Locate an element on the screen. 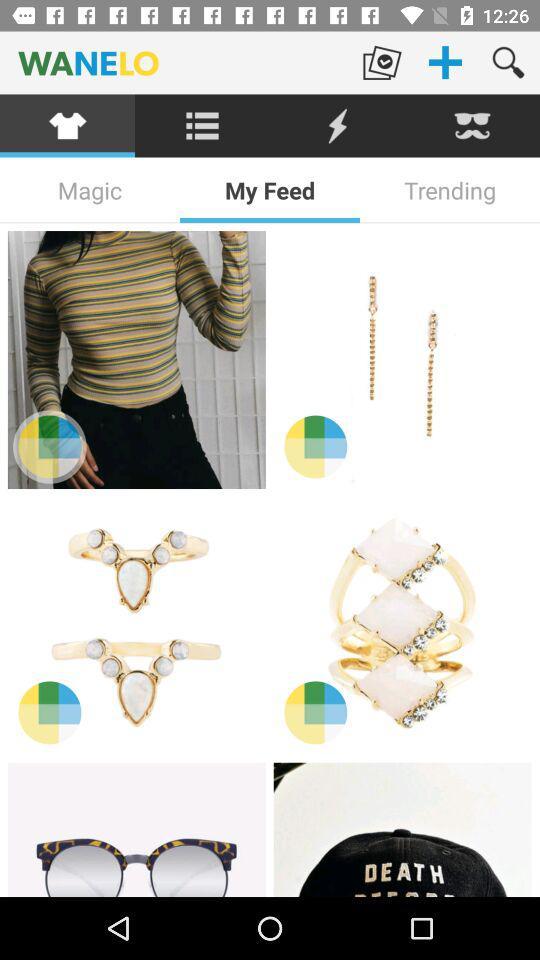 This screenshot has width=540, height=960. the item next to trending is located at coordinates (270, 190).